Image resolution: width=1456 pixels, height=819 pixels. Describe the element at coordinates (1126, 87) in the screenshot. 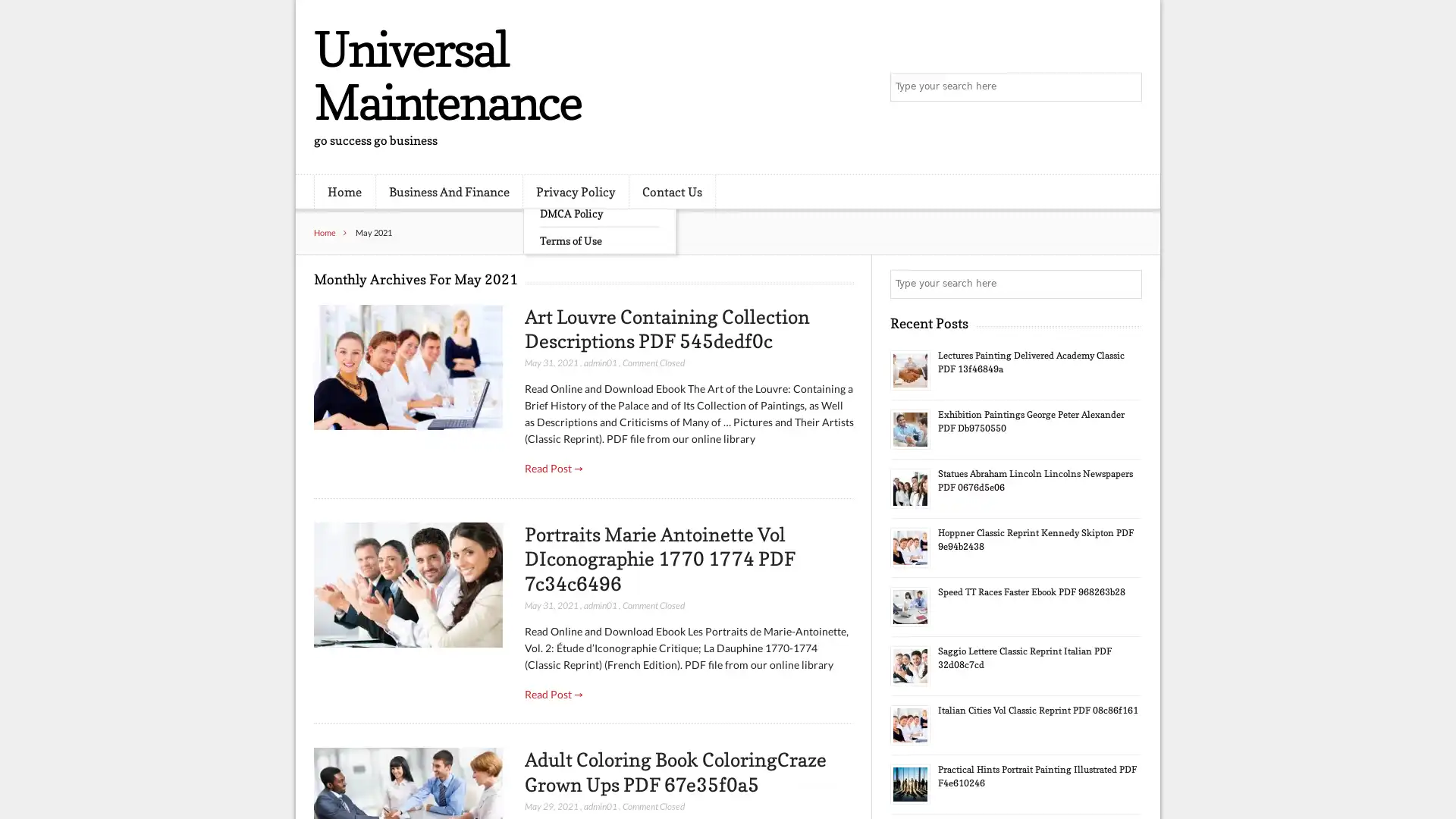

I see `Search` at that location.